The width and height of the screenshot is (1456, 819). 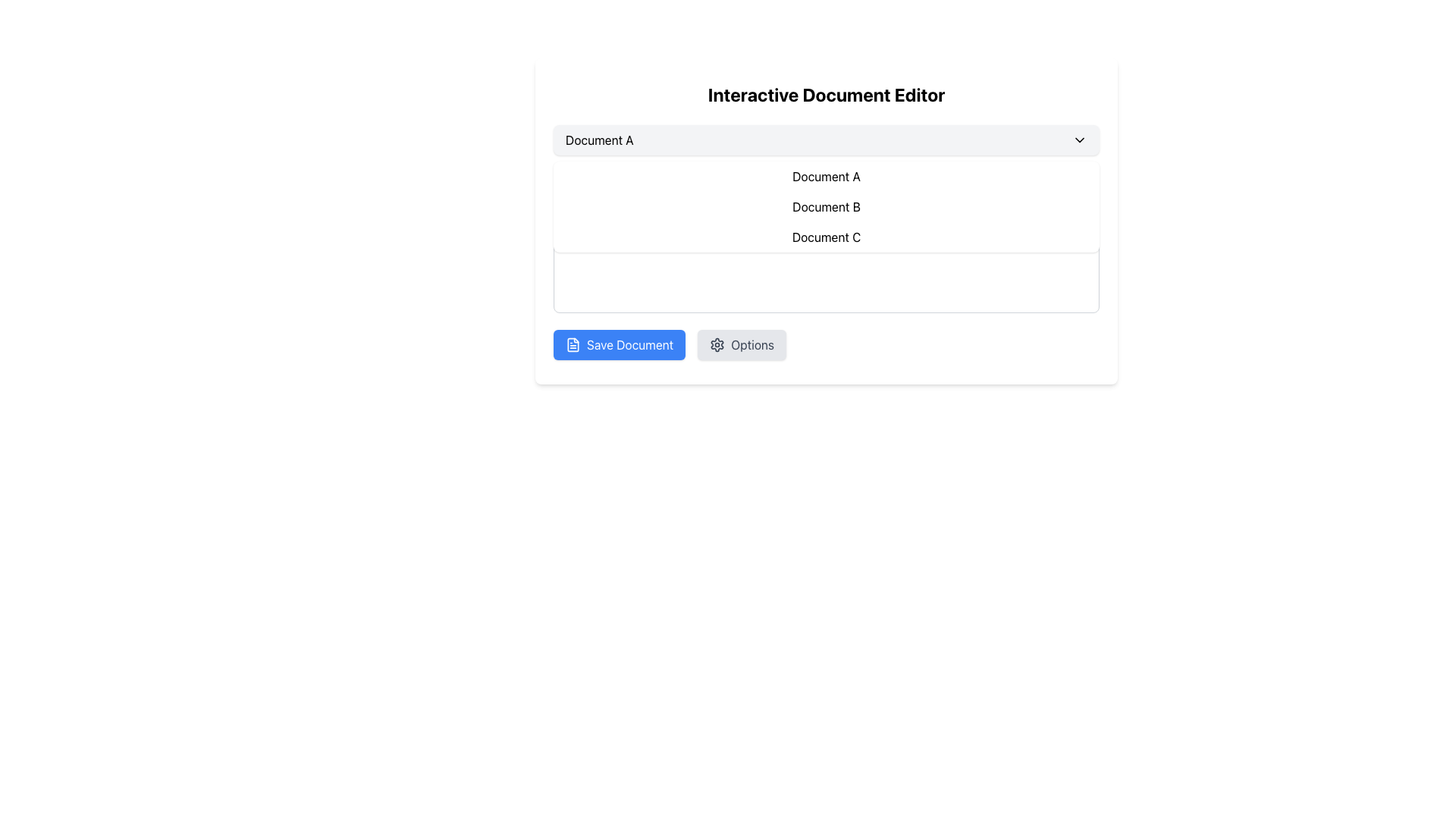 I want to click on the 'Options' button, which is a light gray button with rounded corners and a gear icon, located to the right of the 'Save Document' button, so click(x=742, y=345).